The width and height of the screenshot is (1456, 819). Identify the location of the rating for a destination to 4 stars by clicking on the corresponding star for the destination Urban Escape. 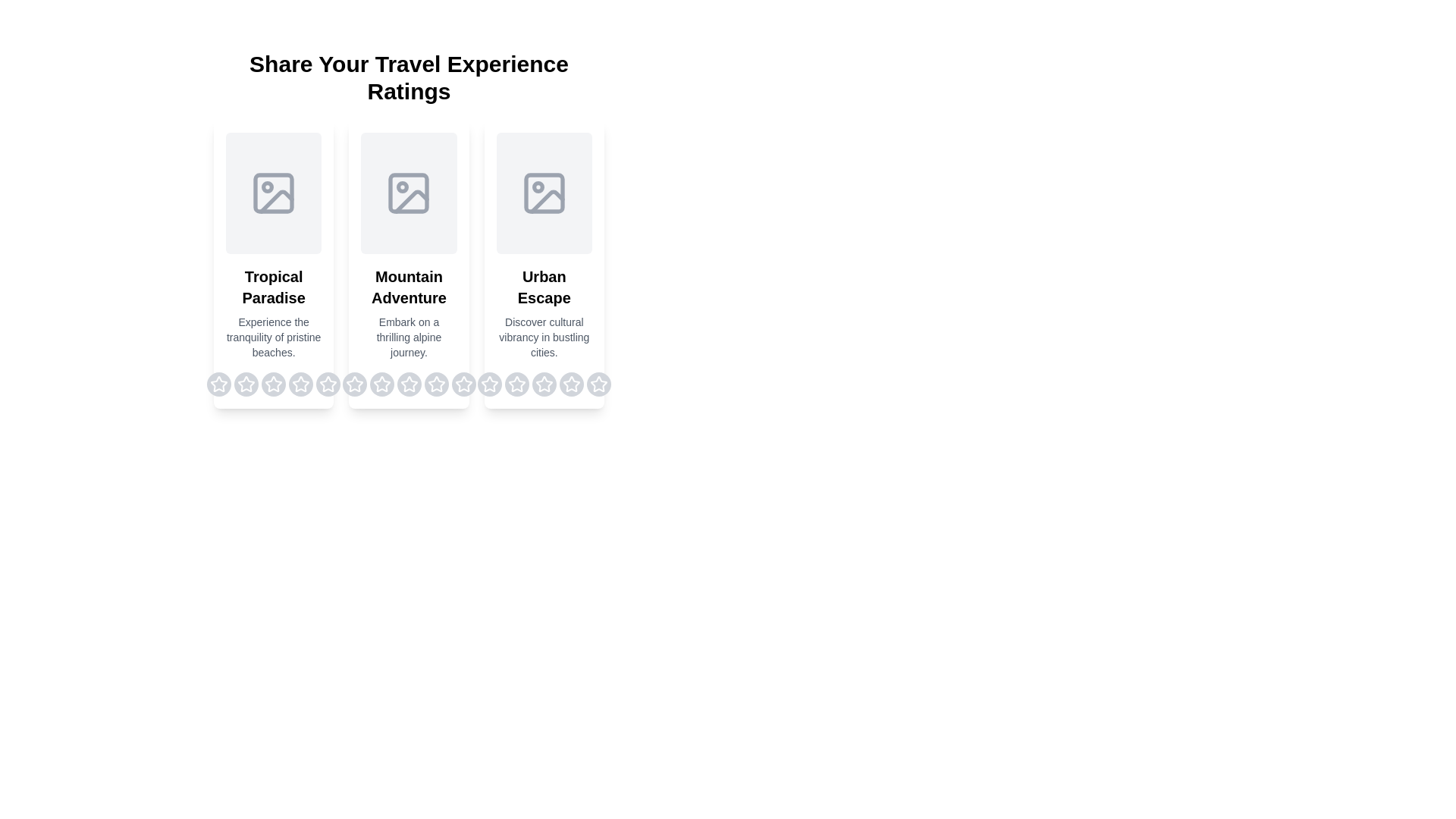
(570, 383).